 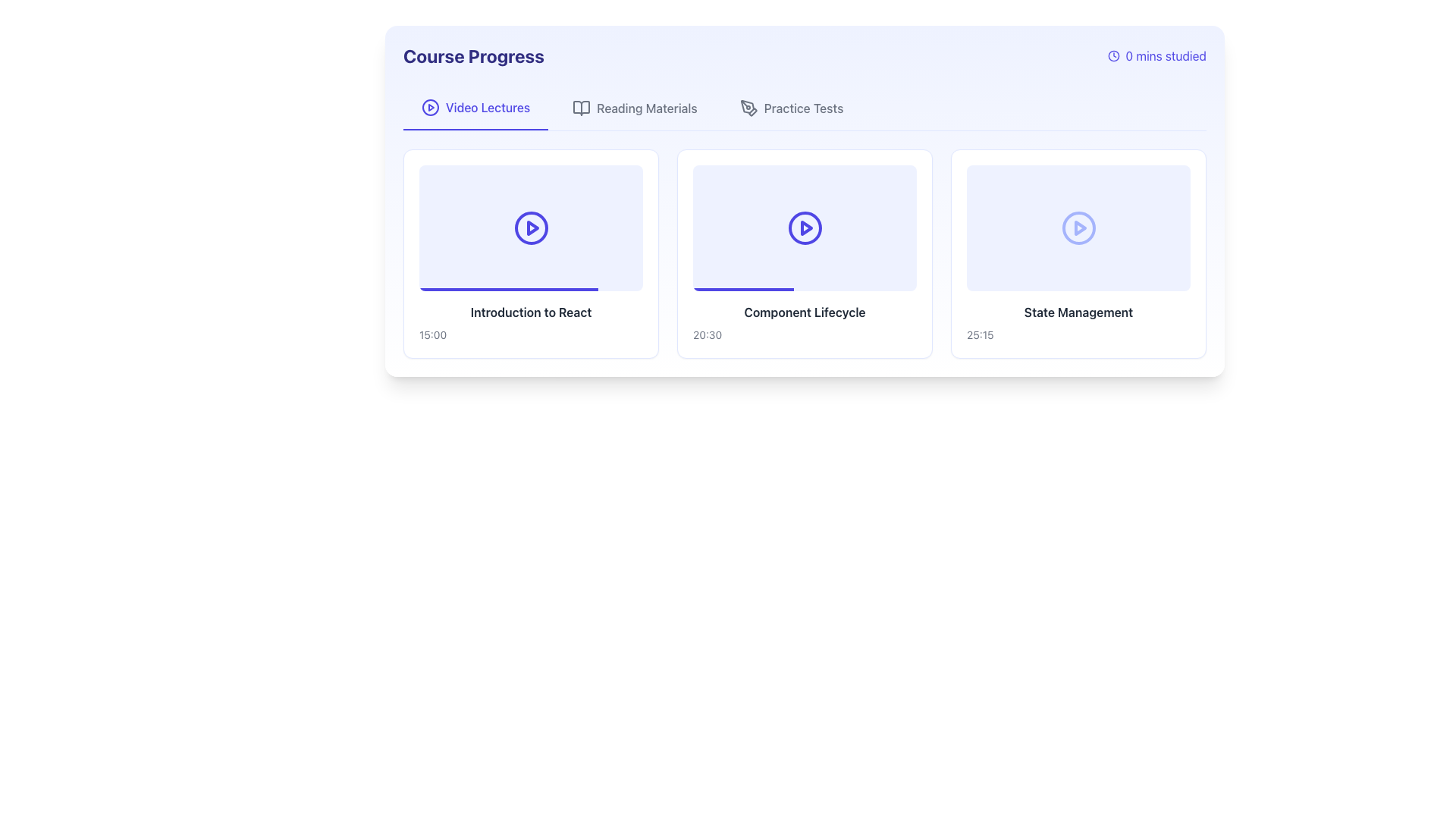 I want to click on the play button on the second video thumbnail, which is styled as a light blue rectangular area with rounded corners, featuring an indigo play icon centered inside a circular outline, so click(x=804, y=227).